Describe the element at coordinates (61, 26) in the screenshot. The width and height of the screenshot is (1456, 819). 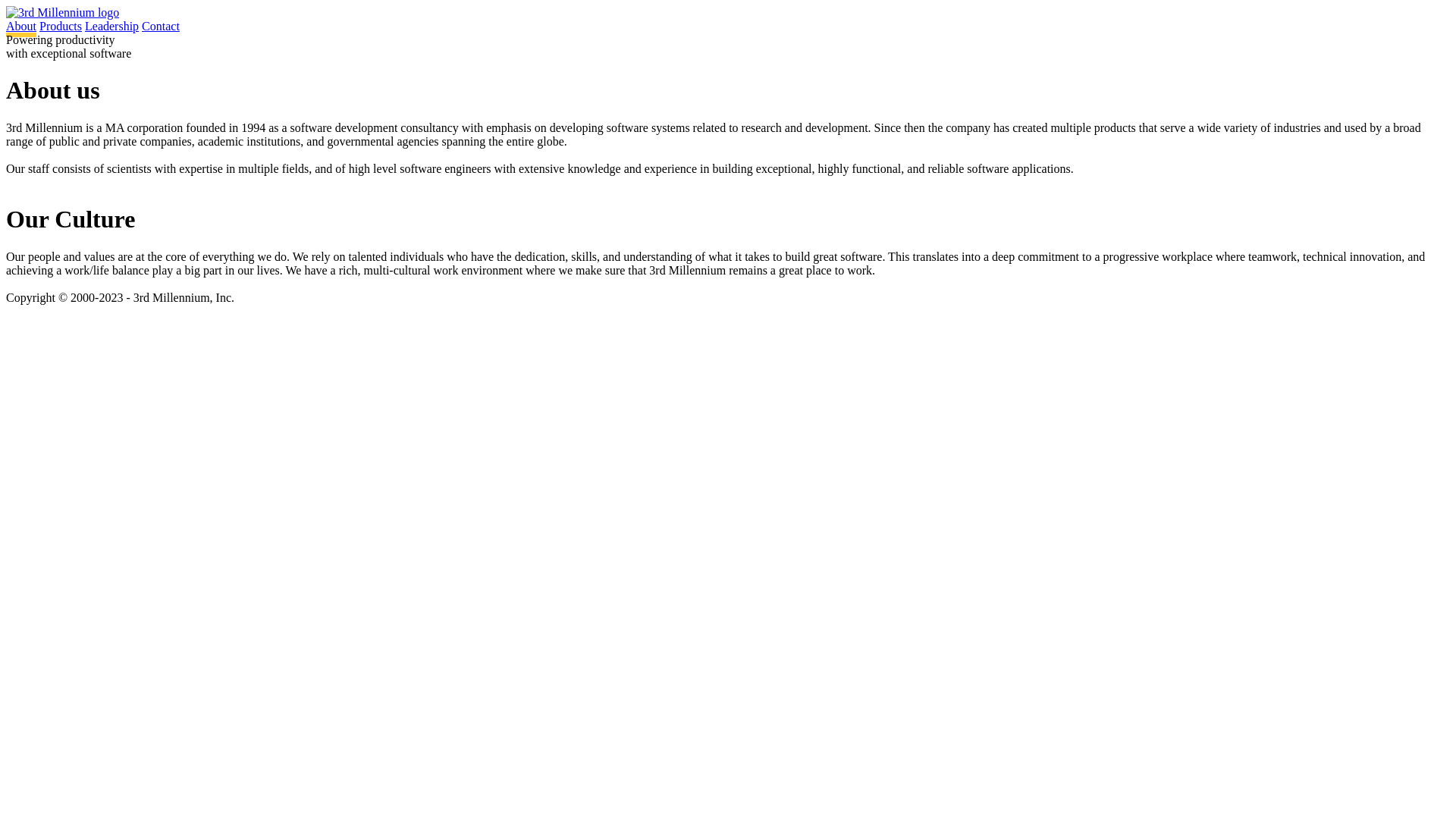
I see `'Products'` at that location.